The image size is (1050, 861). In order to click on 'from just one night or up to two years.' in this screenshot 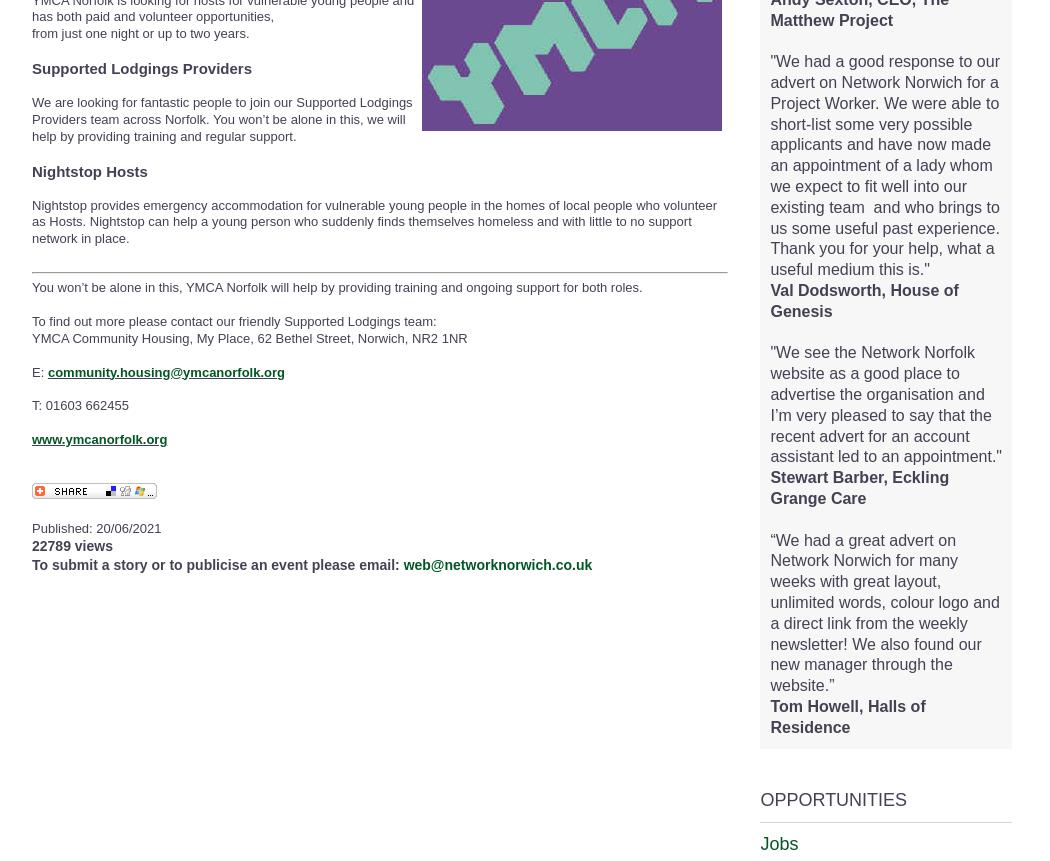, I will do `click(139, 33)`.